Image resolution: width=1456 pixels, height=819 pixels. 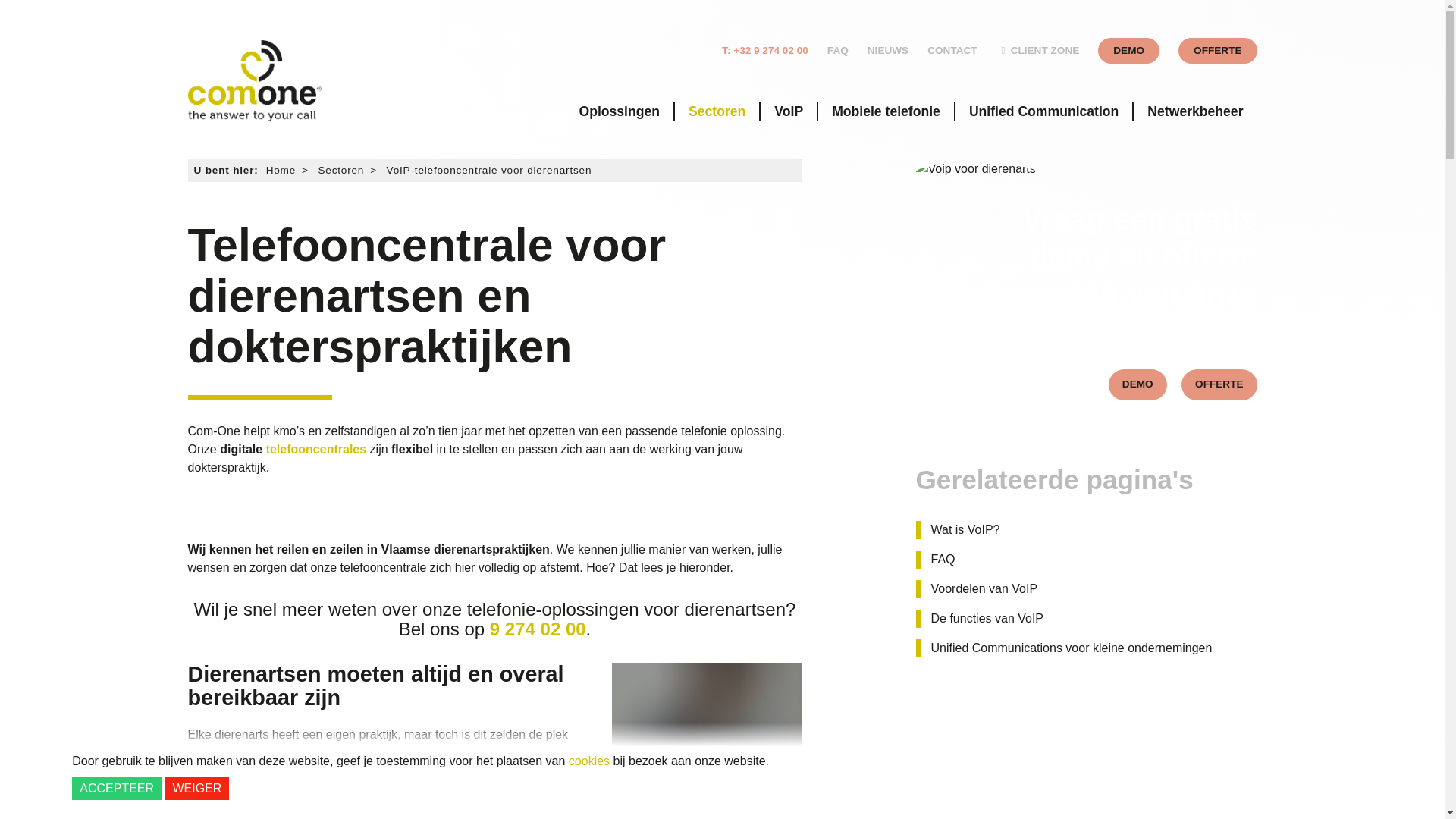 I want to click on 'CONTACT', so click(x=951, y=49).